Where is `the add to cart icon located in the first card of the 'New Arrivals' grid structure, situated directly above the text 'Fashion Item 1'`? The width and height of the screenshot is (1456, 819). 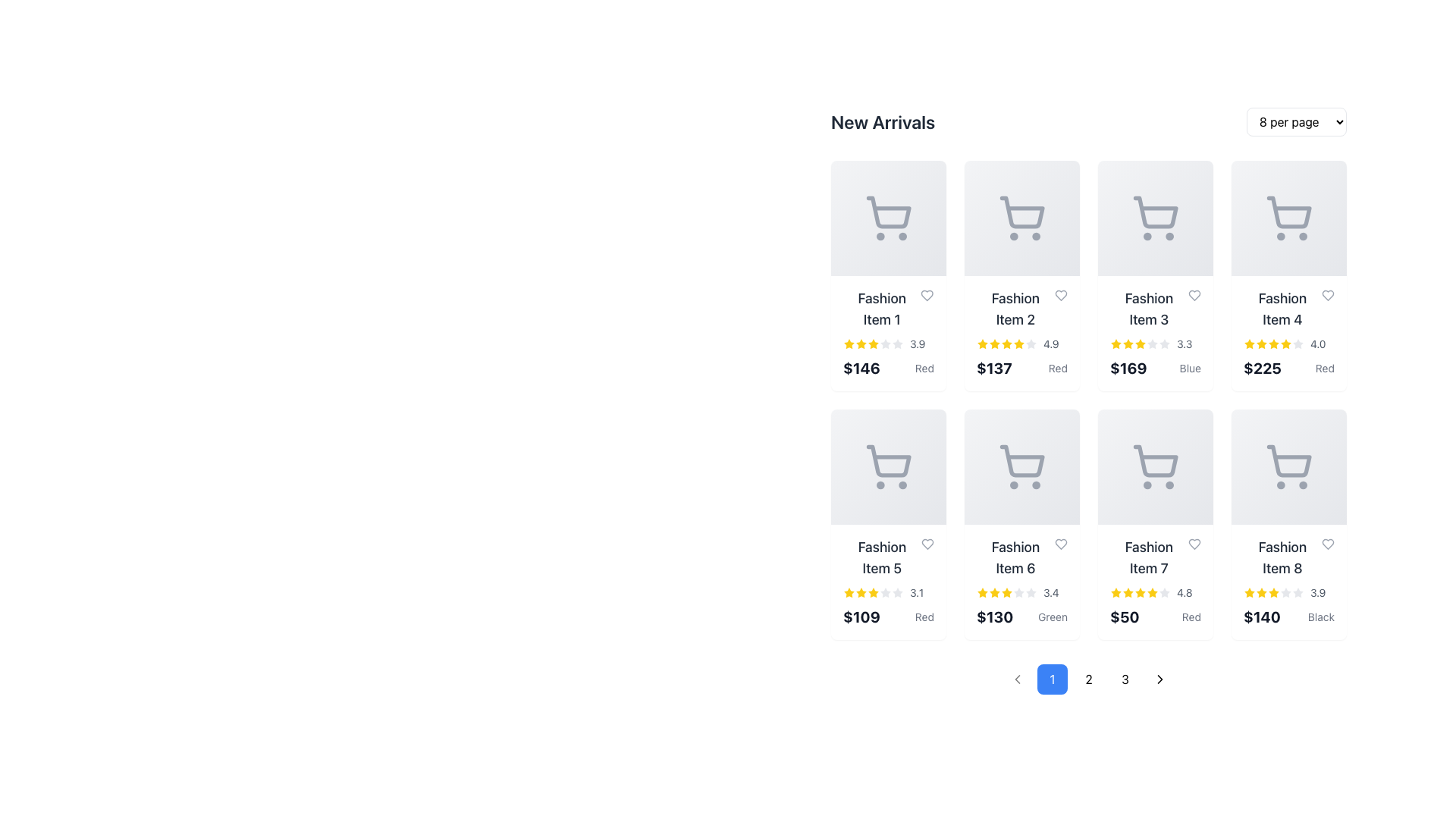 the add to cart icon located in the first card of the 'New Arrivals' grid structure, situated directly above the text 'Fashion Item 1' is located at coordinates (888, 218).